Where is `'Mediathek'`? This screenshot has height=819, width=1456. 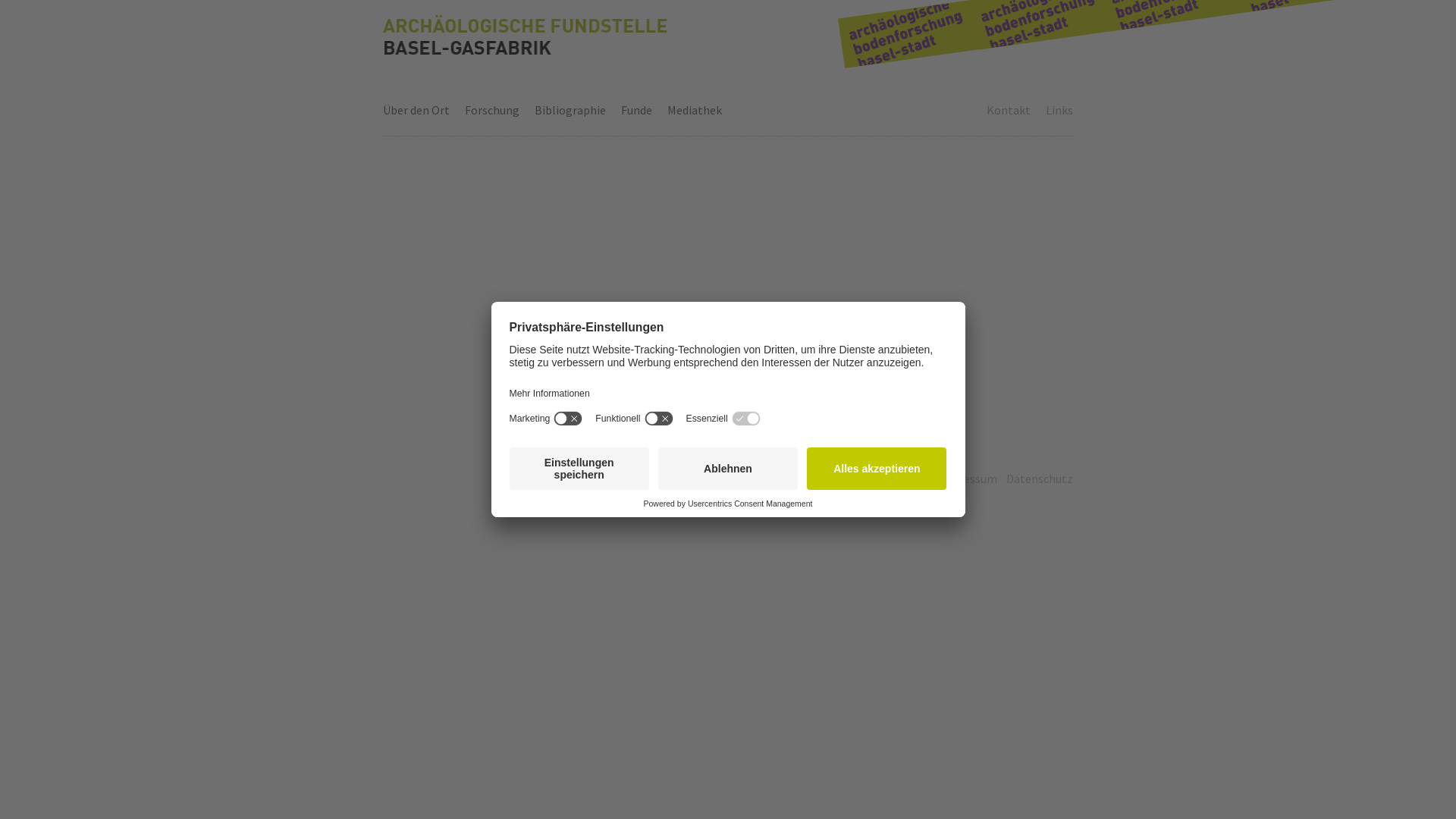
'Mediathek' is located at coordinates (694, 109).